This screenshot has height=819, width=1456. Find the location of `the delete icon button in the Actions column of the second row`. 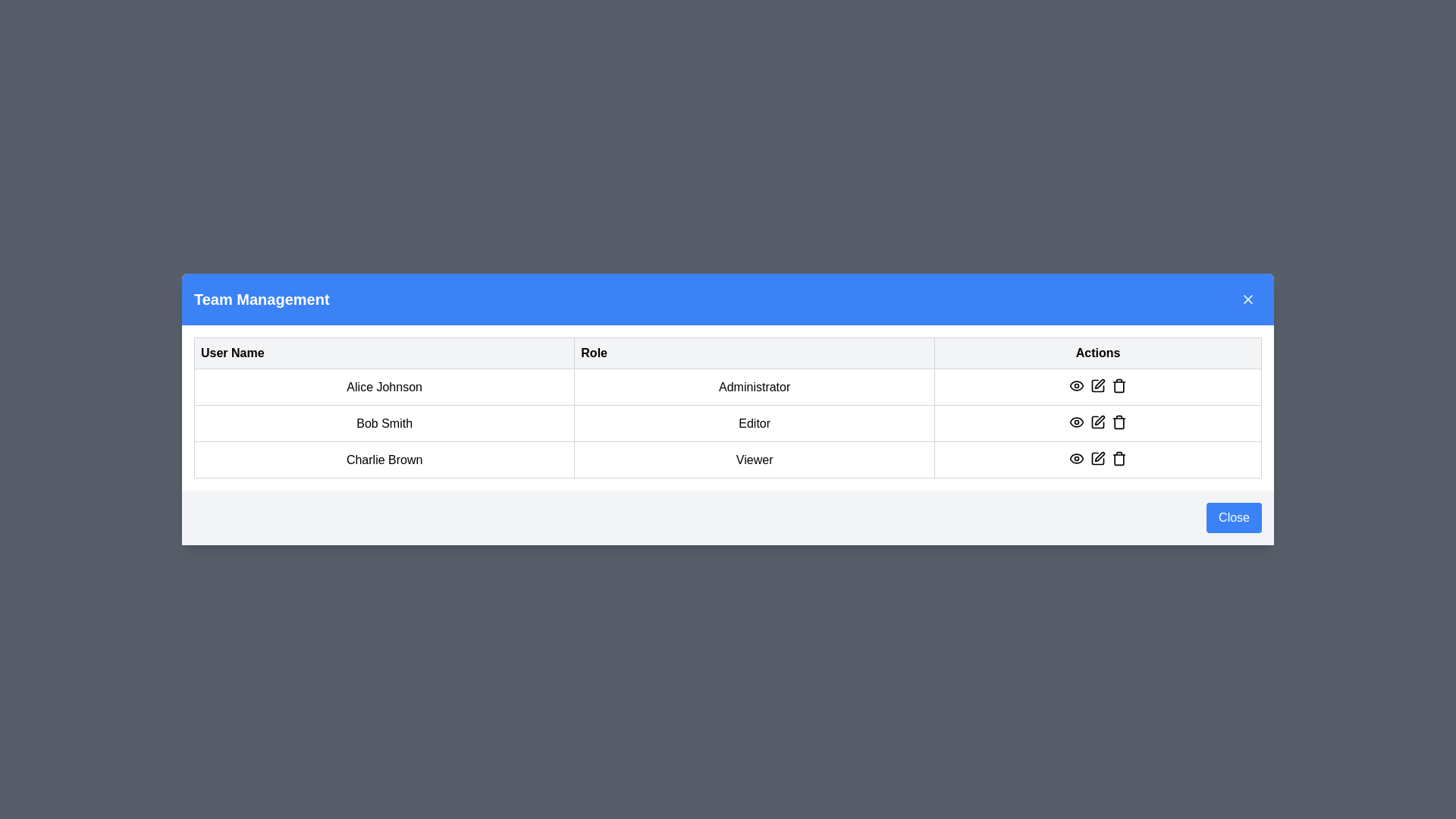

the delete icon button in the Actions column of the second row is located at coordinates (1119, 422).